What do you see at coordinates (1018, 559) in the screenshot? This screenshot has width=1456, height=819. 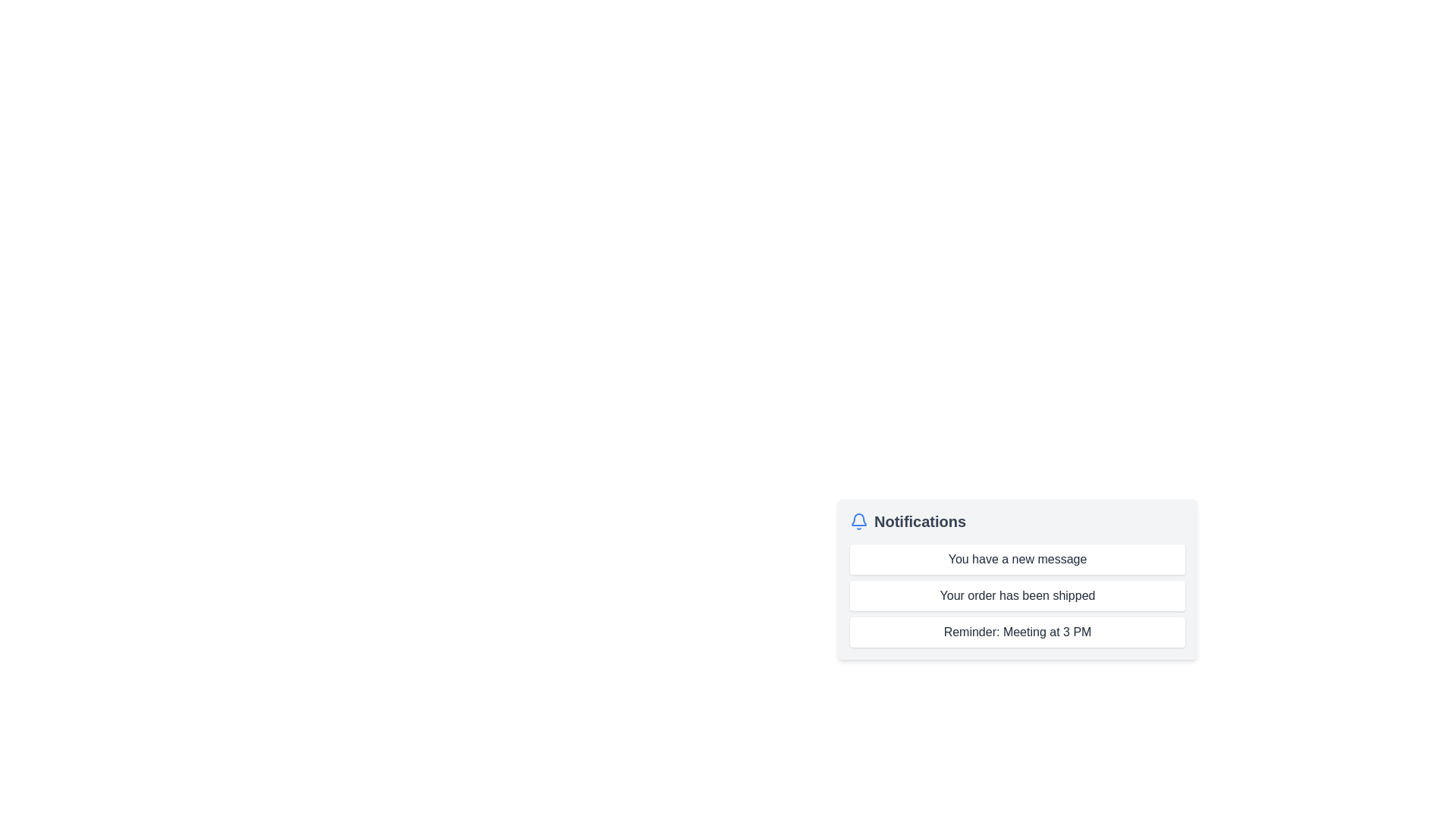 I see `the first notification entry in the notification panel, which informs the user about a new message notification` at bounding box center [1018, 559].